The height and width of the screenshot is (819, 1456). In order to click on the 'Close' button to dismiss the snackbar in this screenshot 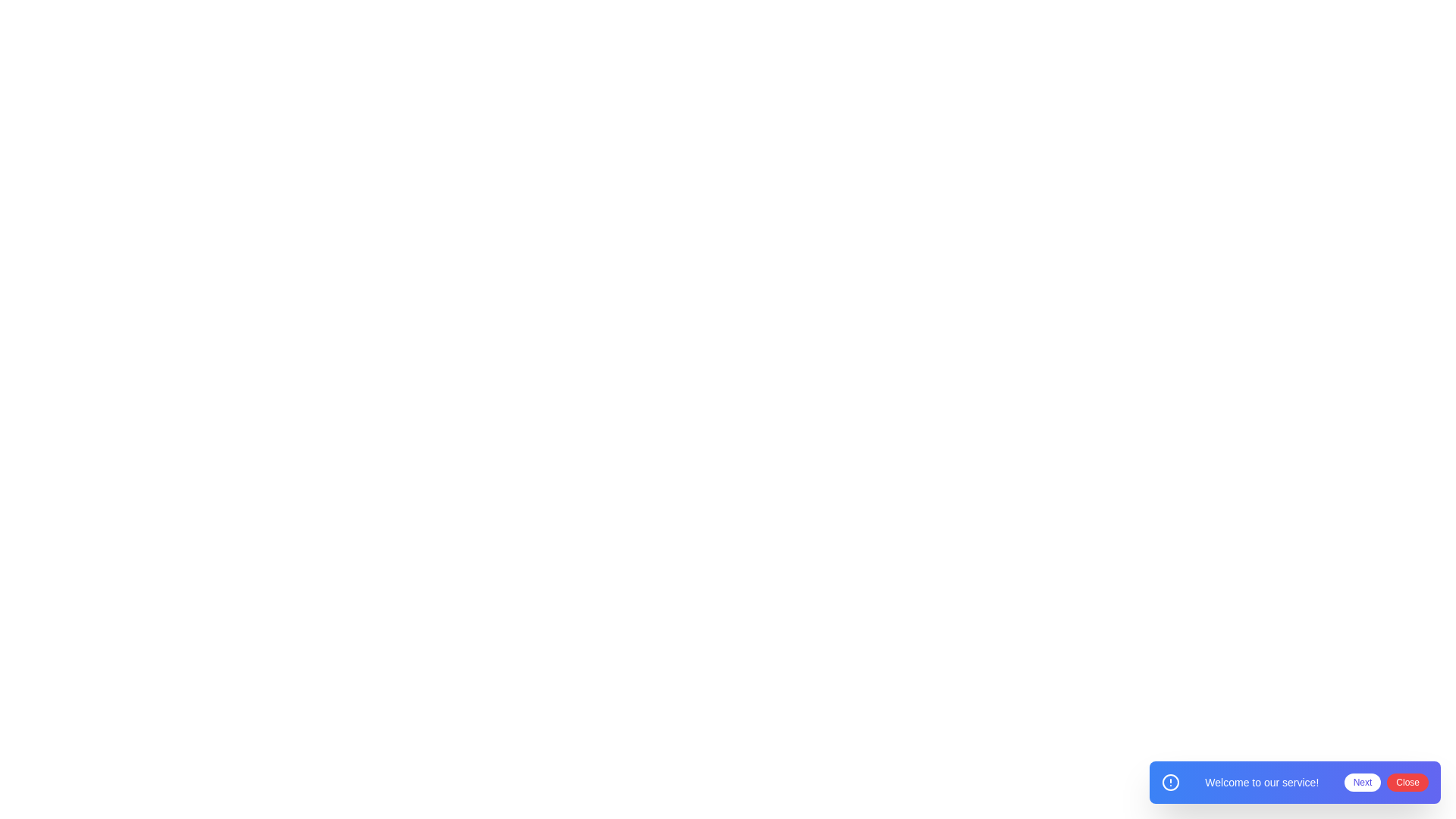, I will do `click(1407, 783)`.